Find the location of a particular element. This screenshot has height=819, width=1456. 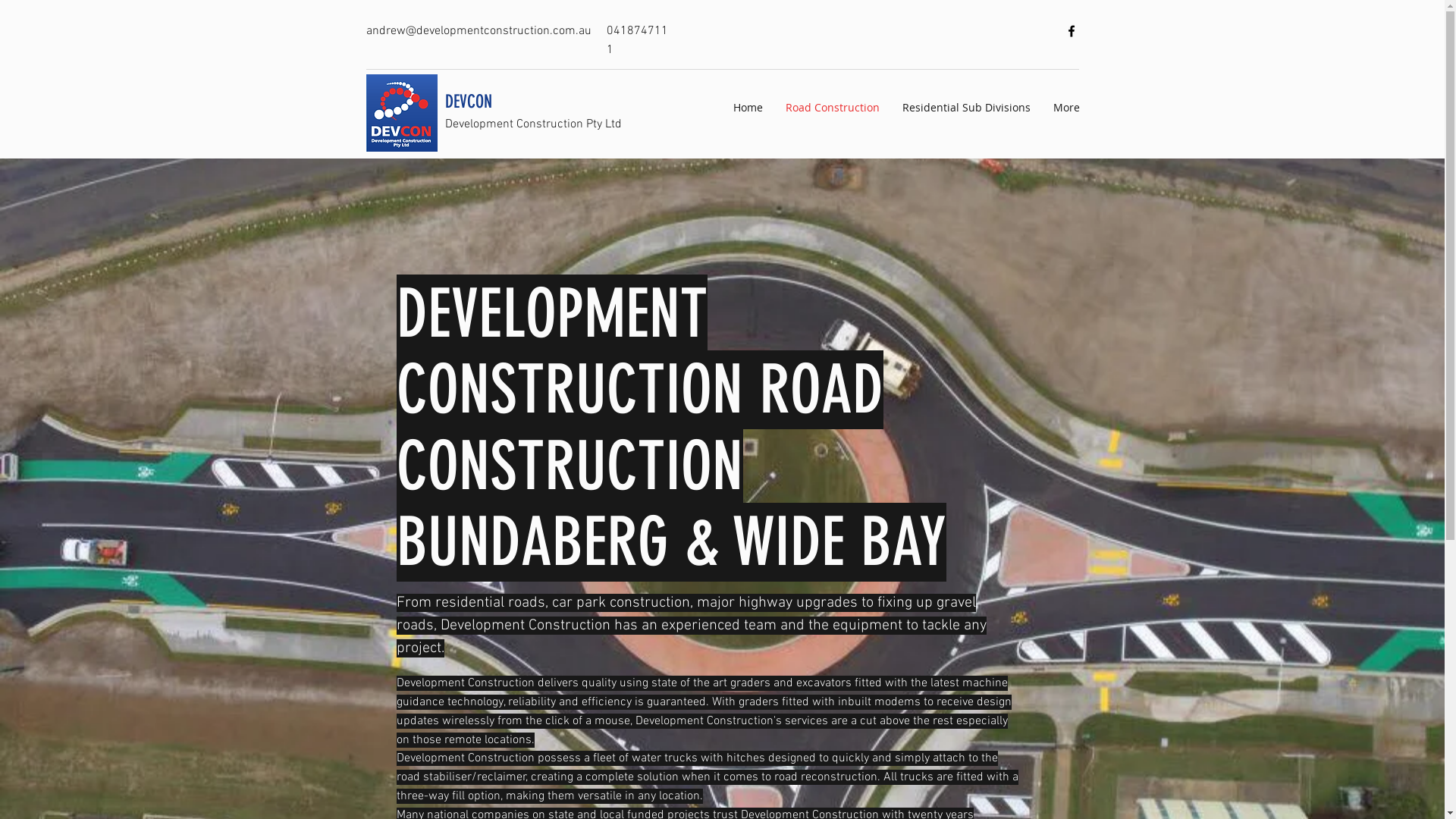

'Residential Sub Divisions' is located at coordinates (965, 107).